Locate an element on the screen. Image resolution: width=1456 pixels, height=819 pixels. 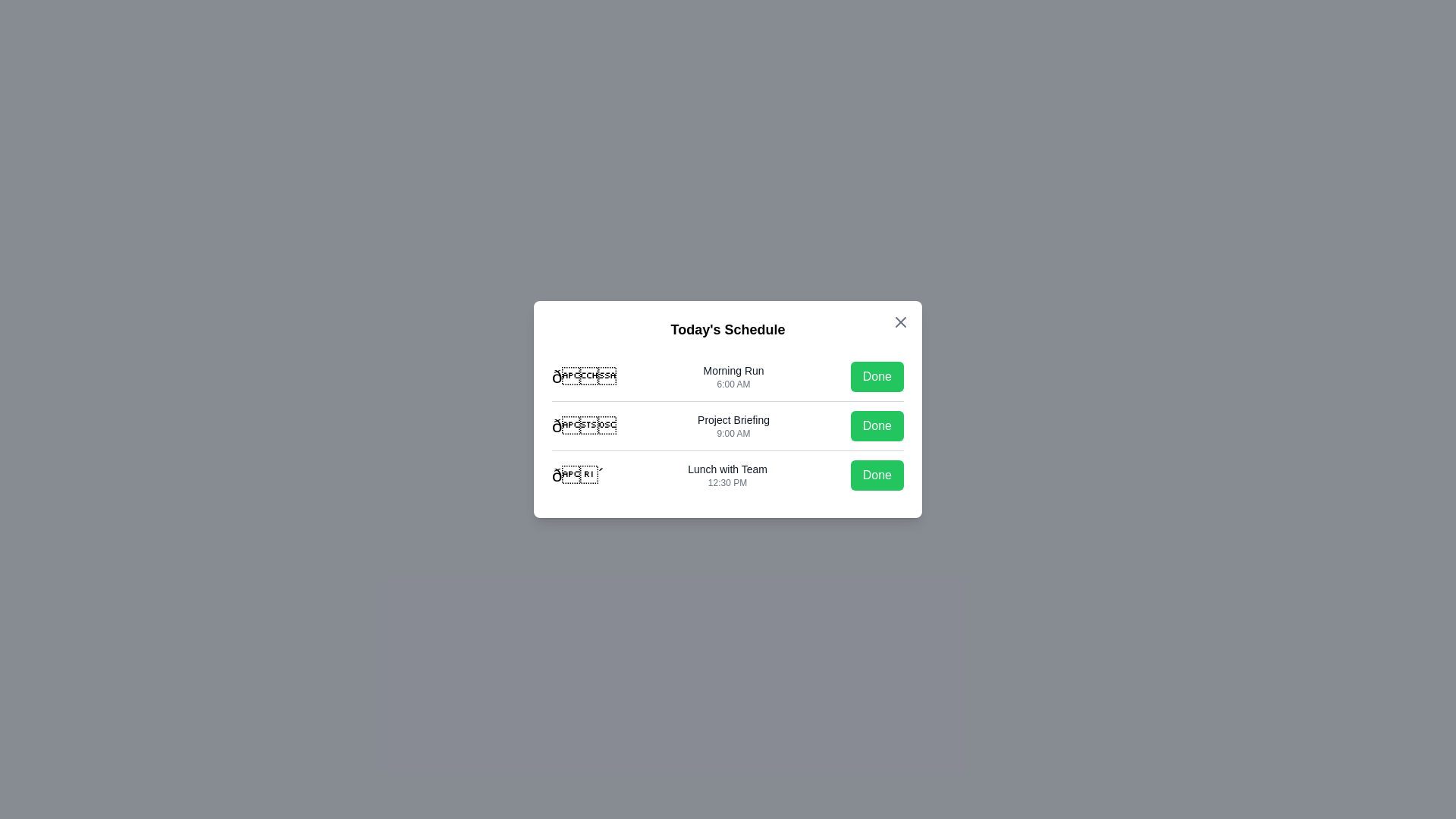
'Done' button for the task 'Project Briefing' is located at coordinates (877, 426).